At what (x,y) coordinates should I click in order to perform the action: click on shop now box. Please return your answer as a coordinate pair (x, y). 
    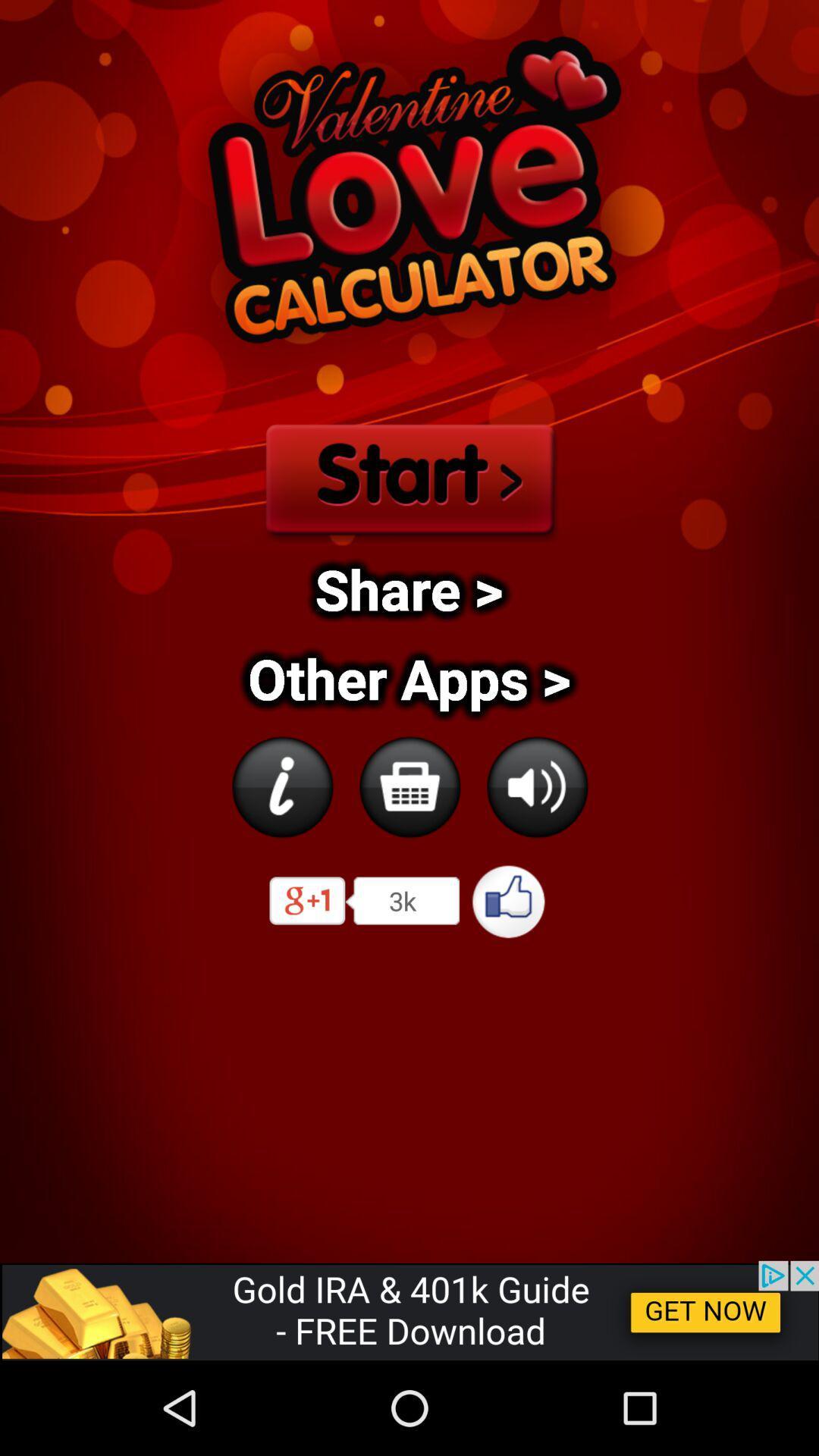
    Looking at the image, I should click on (409, 786).